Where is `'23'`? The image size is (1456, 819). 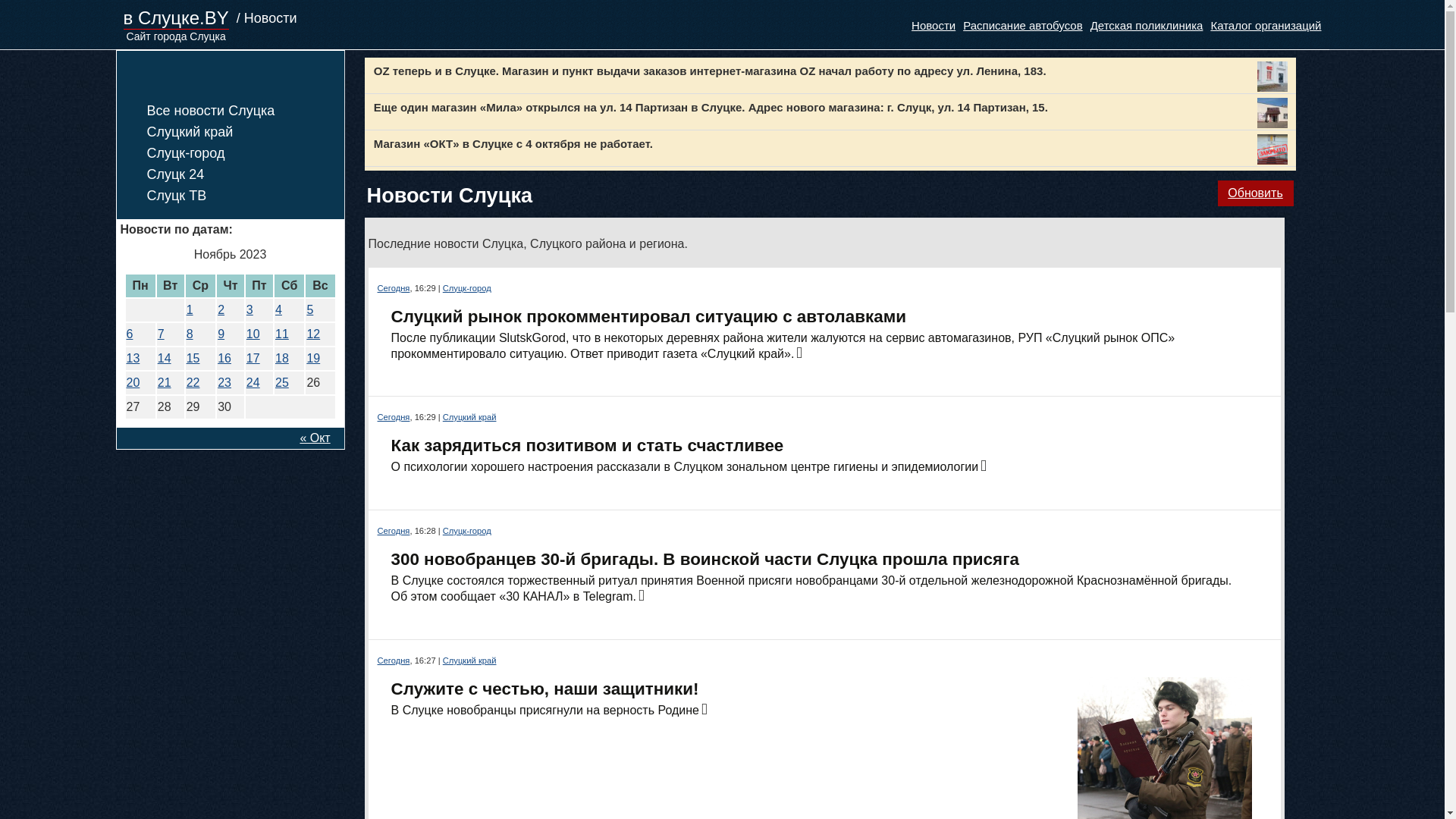
'23' is located at coordinates (224, 381).